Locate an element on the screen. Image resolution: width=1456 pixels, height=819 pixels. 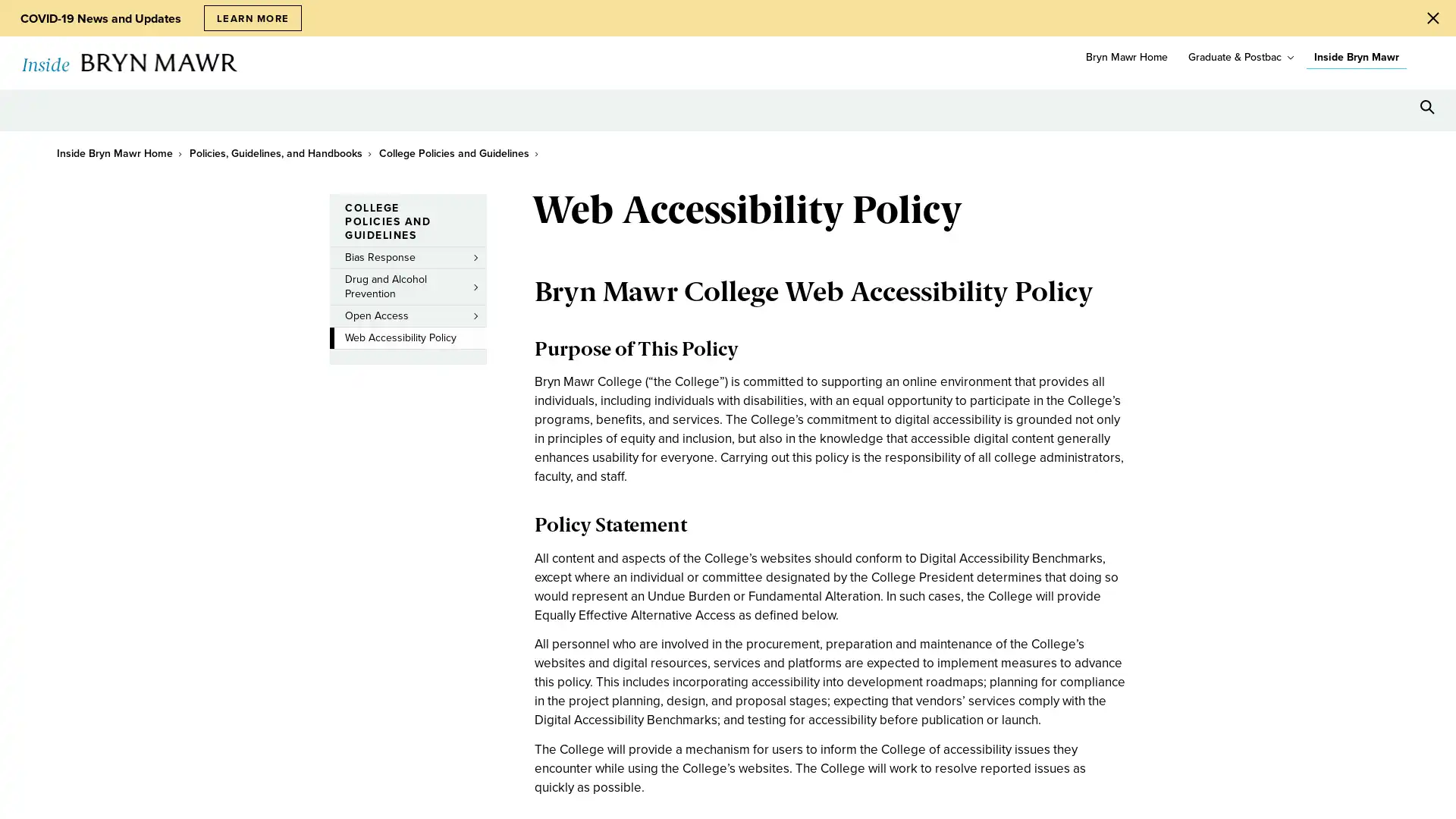
toggle submenu is located at coordinates (174, 99).